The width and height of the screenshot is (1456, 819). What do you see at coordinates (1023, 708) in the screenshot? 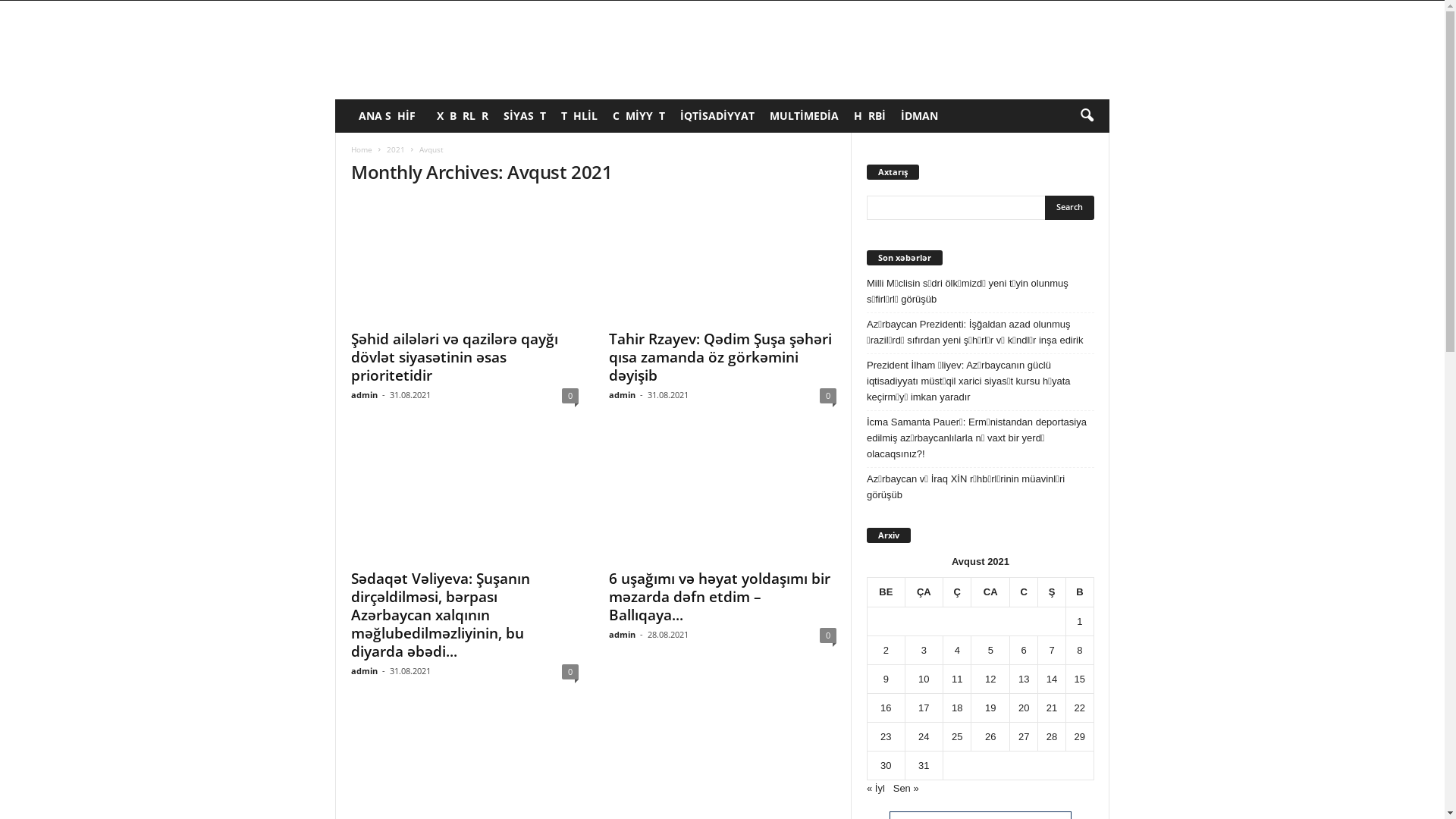
I see `'20'` at bounding box center [1023, 708].